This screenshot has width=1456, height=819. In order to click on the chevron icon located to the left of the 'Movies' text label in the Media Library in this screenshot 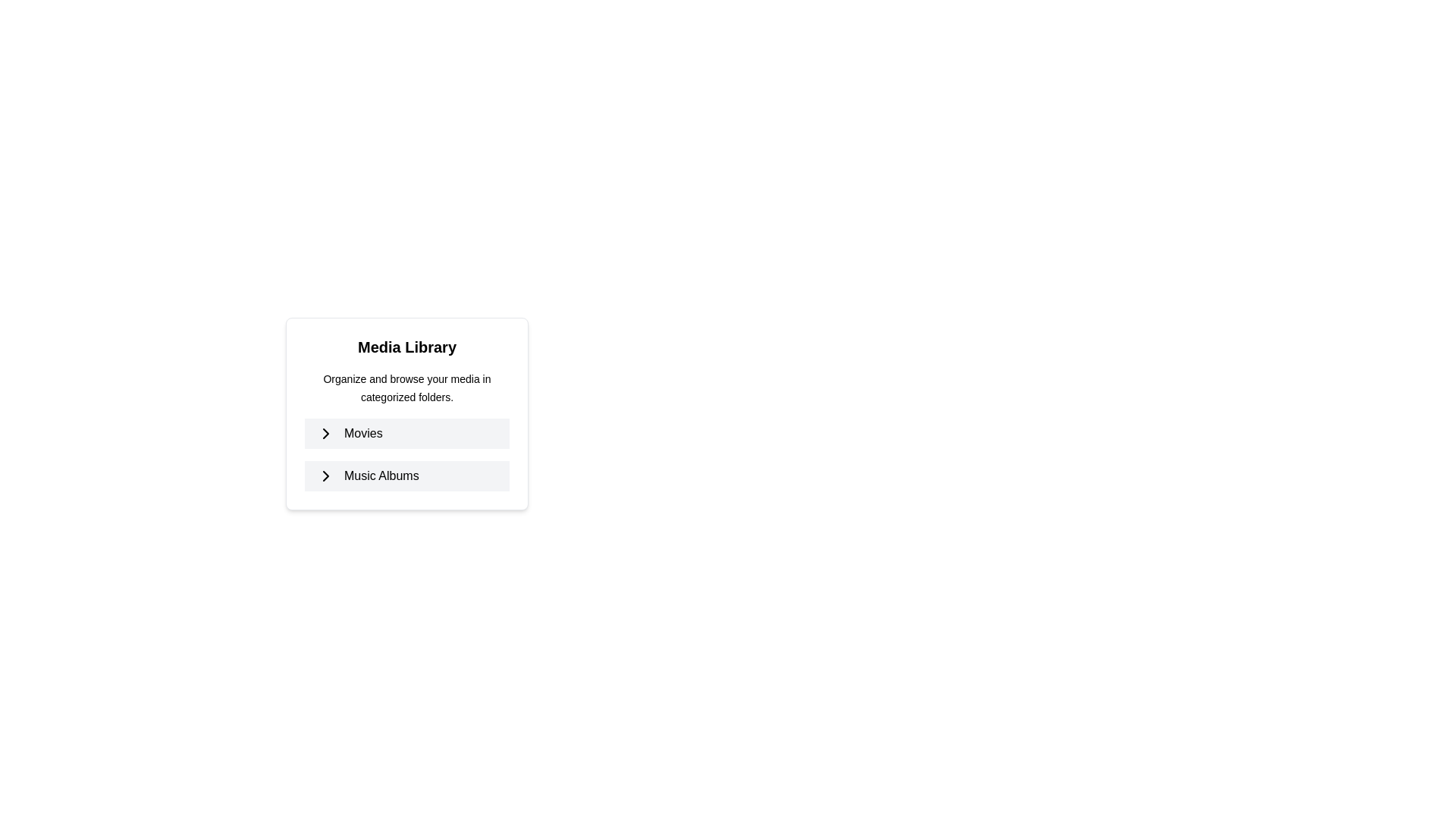, I will do `click(325, 433)`.